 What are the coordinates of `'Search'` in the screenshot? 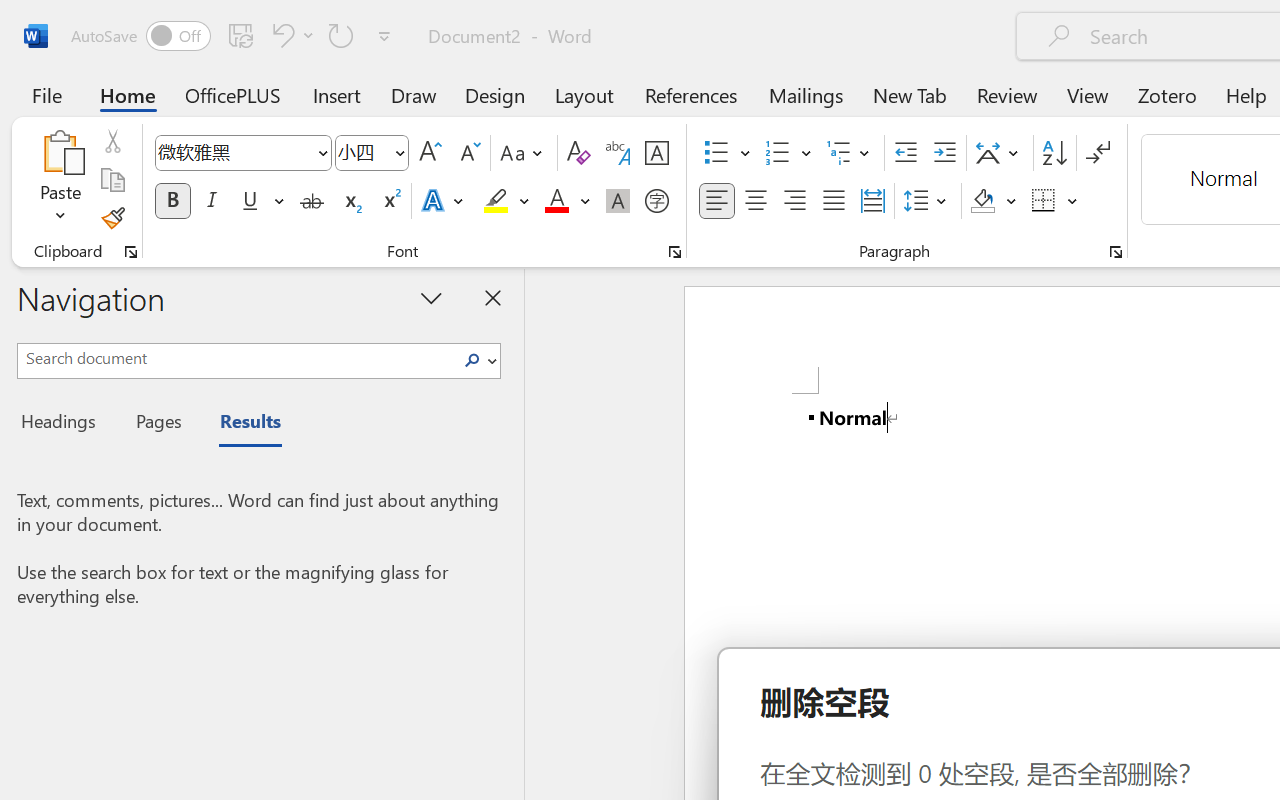 It's located at (477, 360).